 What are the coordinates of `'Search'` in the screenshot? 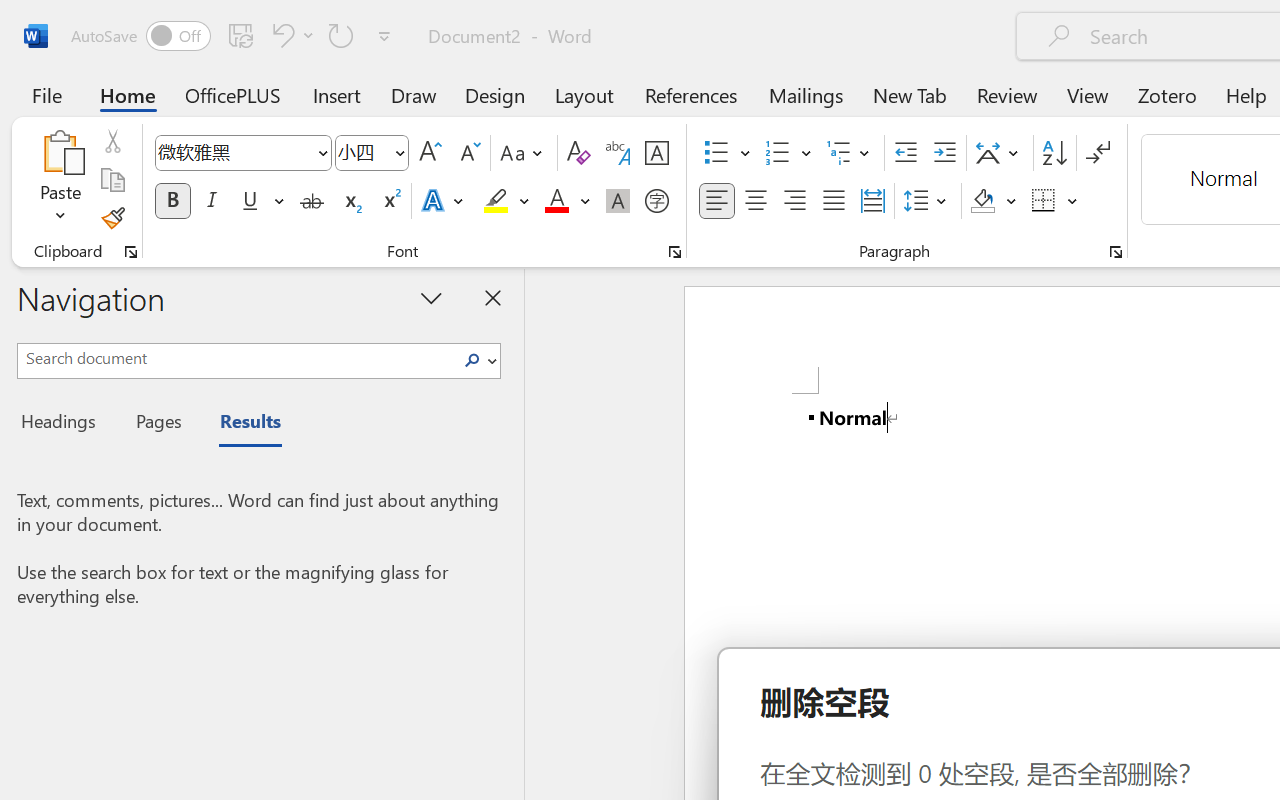 It's located at (477, 360).